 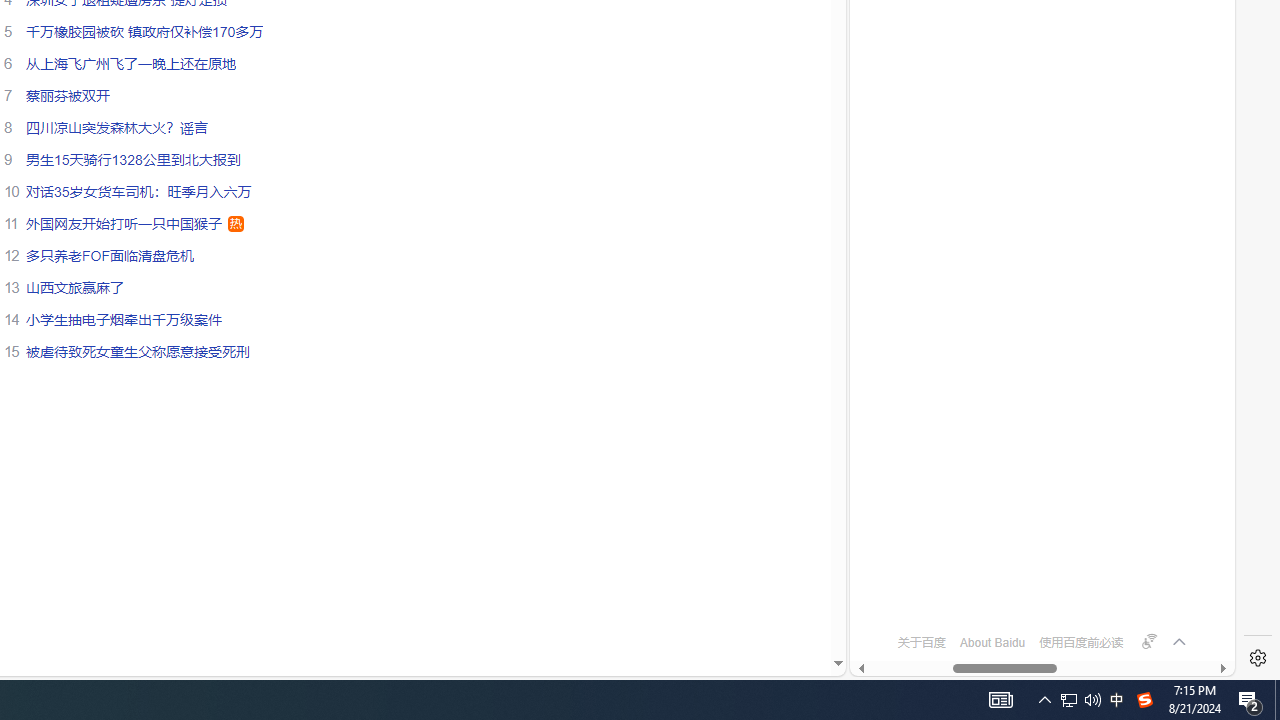 What do you see at coordinates (992, 642) in the screenshot?
I see `'About Baidu'` at bounding box center [992, 642].